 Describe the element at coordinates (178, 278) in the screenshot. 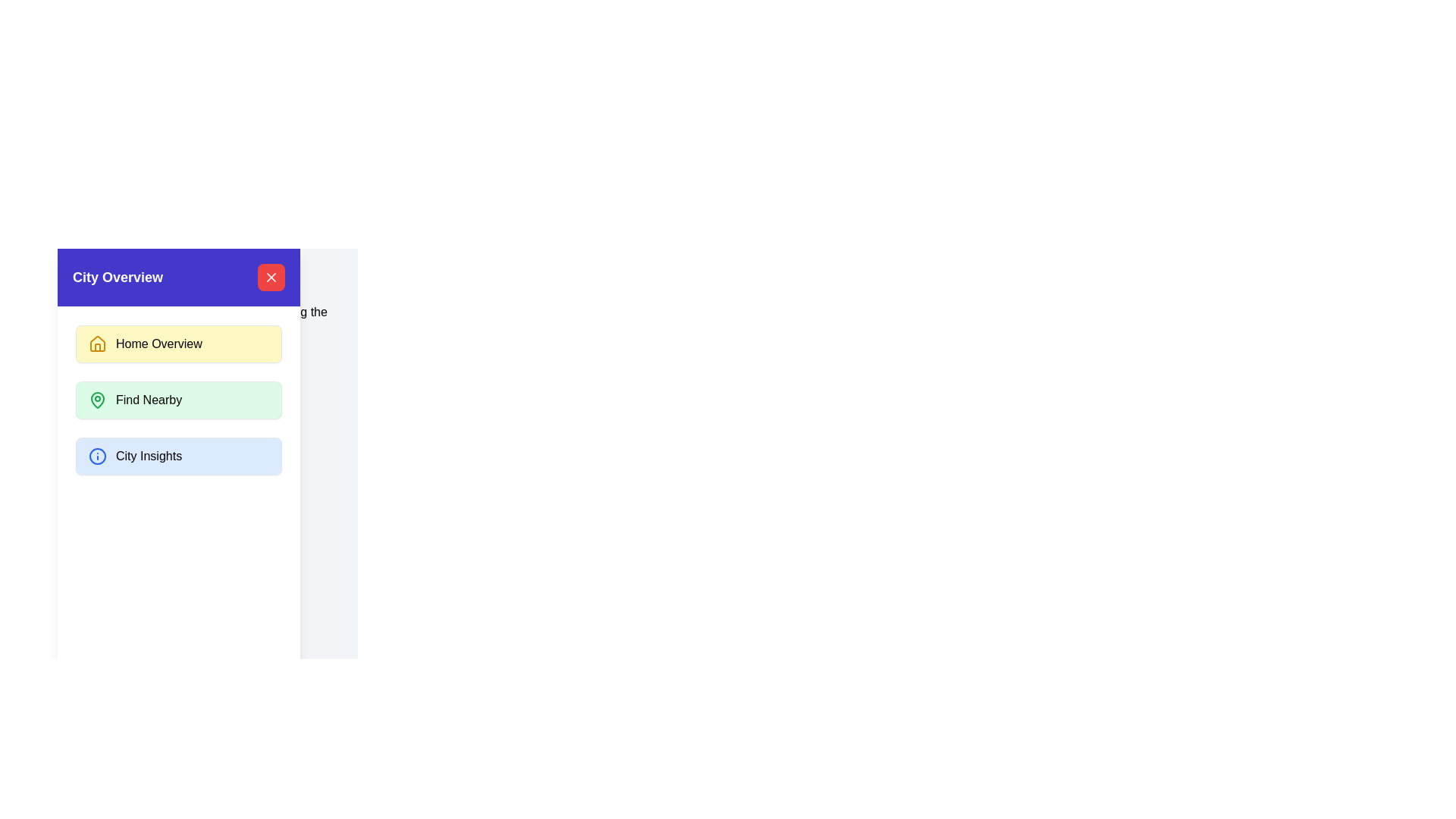

I see `the text of the City Overview Header section` at that location.